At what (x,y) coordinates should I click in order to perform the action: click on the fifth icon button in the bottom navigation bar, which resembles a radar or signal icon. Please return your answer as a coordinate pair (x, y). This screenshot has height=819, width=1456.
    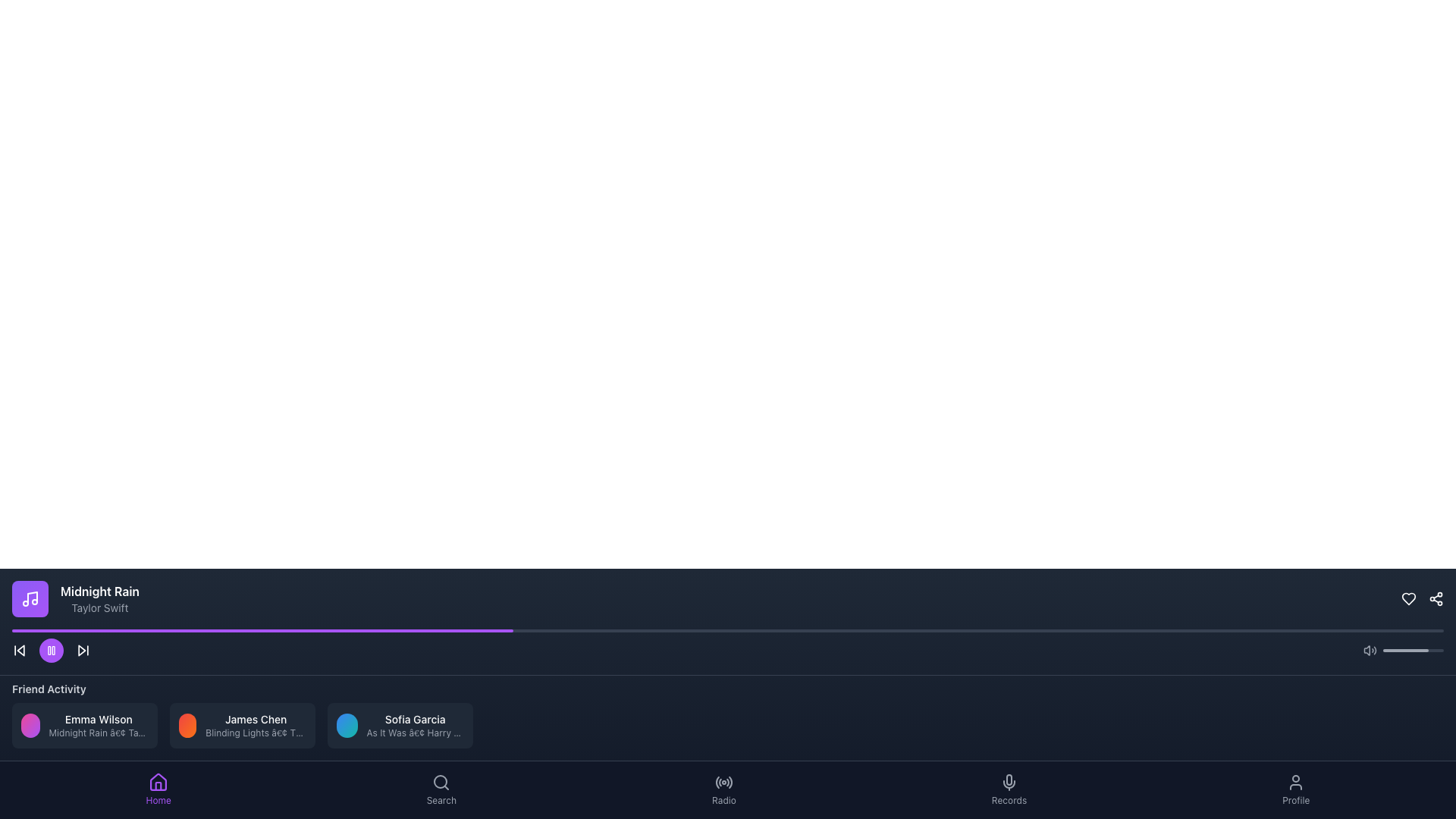
    Looking at the image, I should click on (730, 782).